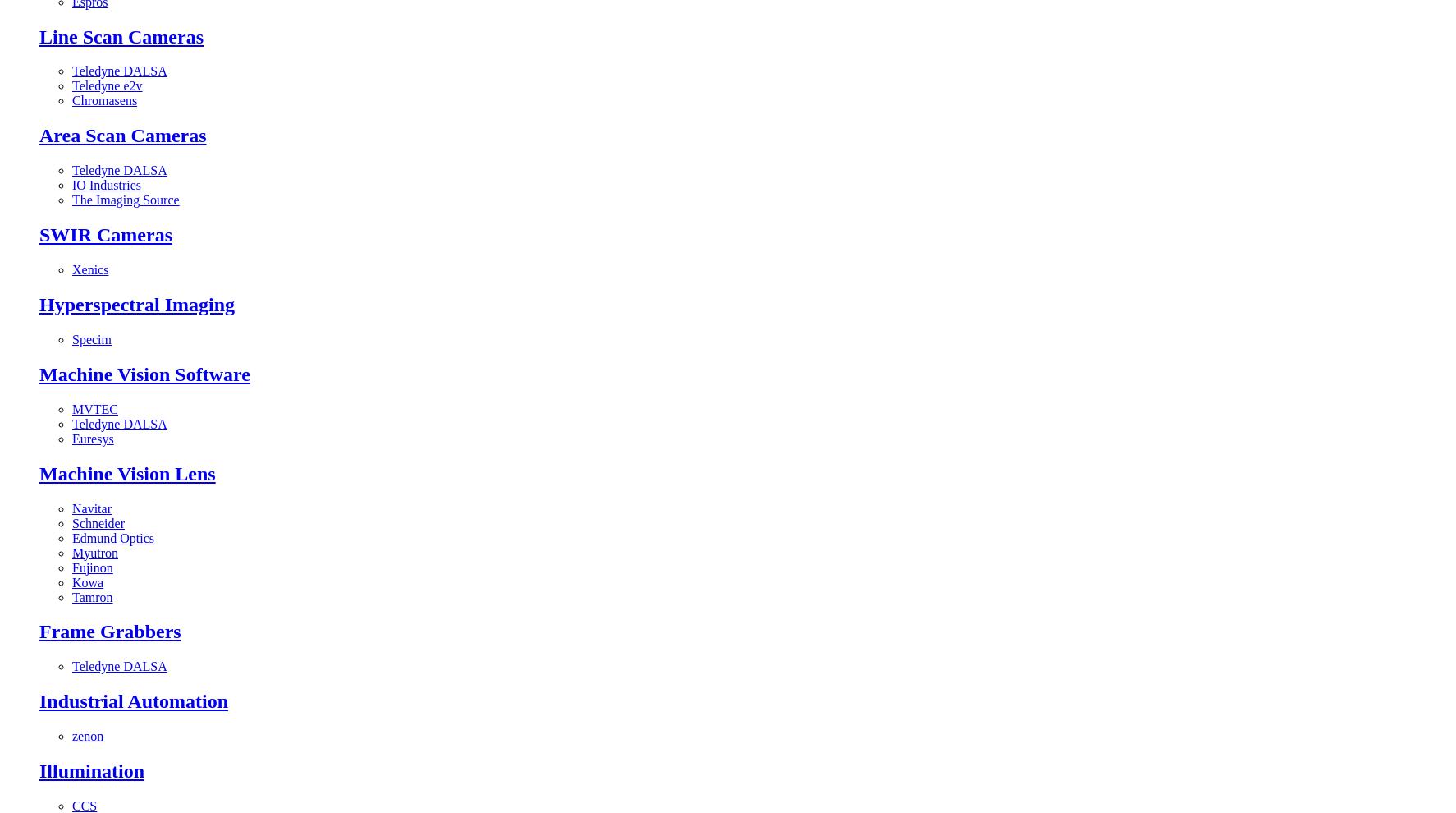 The width and height of the screenshot is (1456, 813). I want to click on 'Xenics', so click(71, 269).